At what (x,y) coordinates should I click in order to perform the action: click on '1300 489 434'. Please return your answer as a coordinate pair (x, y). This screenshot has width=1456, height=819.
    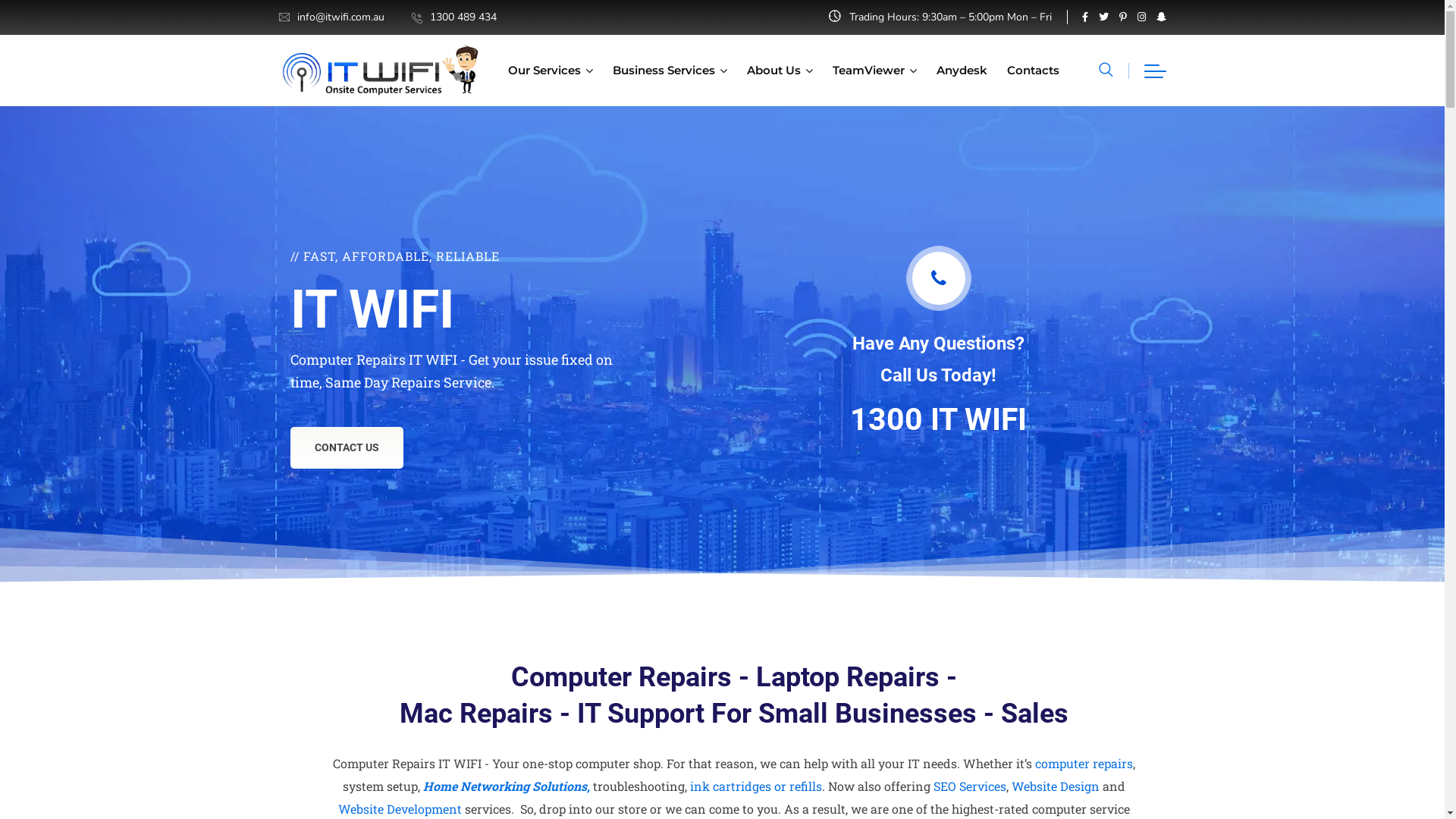
    Looking at the image, I should click on (428, 17).